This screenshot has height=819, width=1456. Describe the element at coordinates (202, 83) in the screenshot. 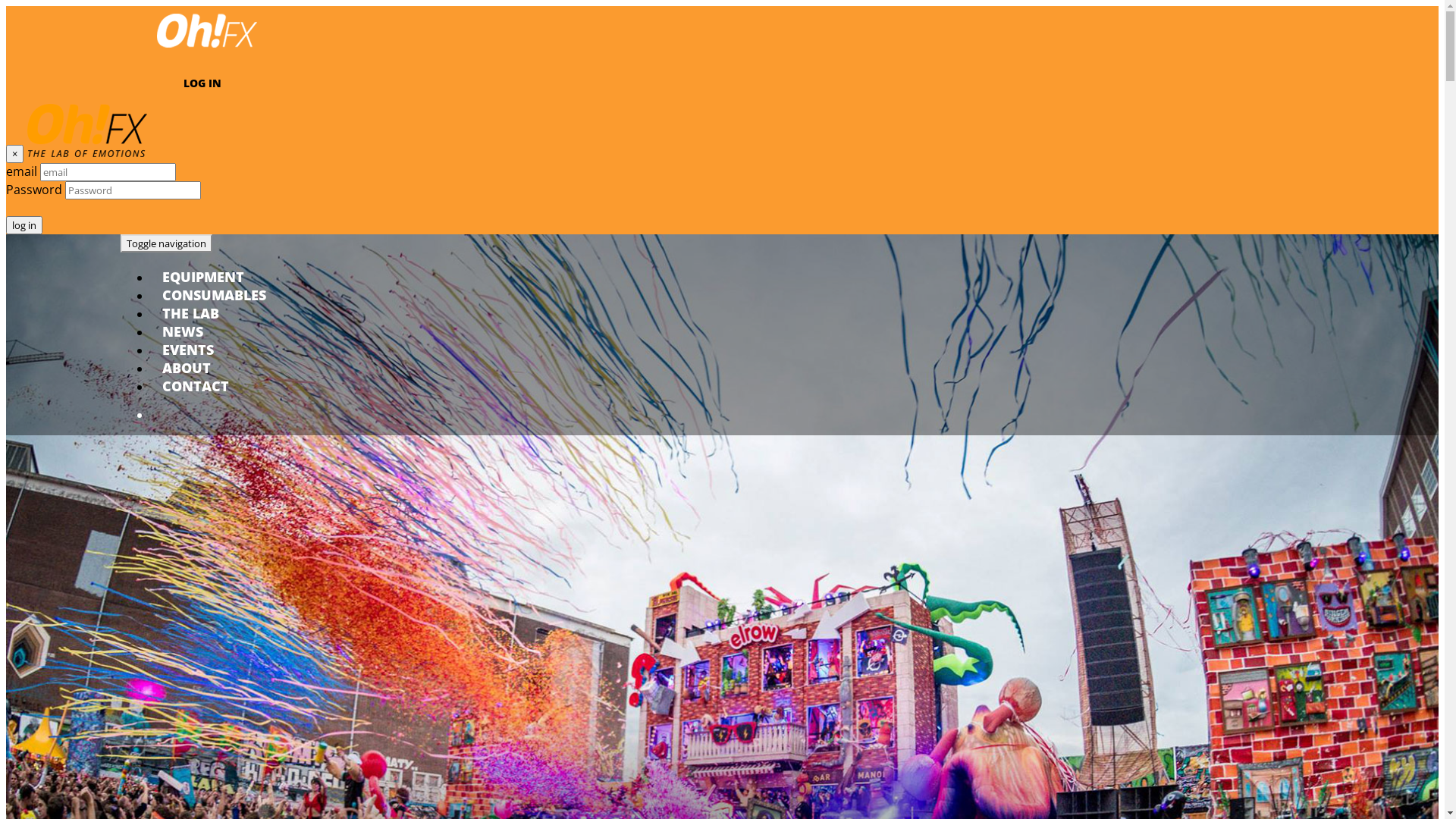

I see `'LOG IN'` at that location.